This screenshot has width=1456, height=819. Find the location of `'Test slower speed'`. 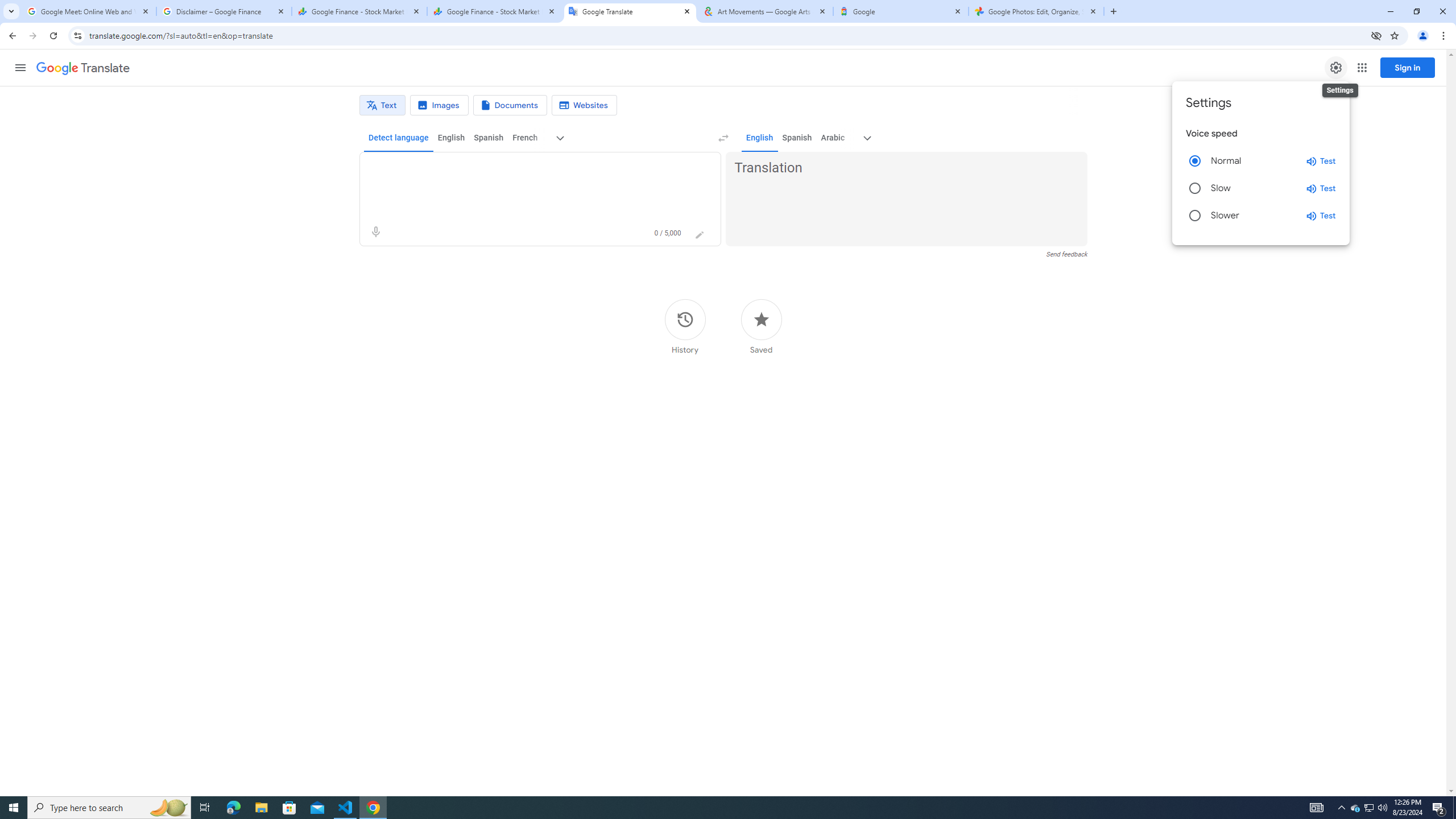

'Test slower speed' is located at coordinates (1319, 216).